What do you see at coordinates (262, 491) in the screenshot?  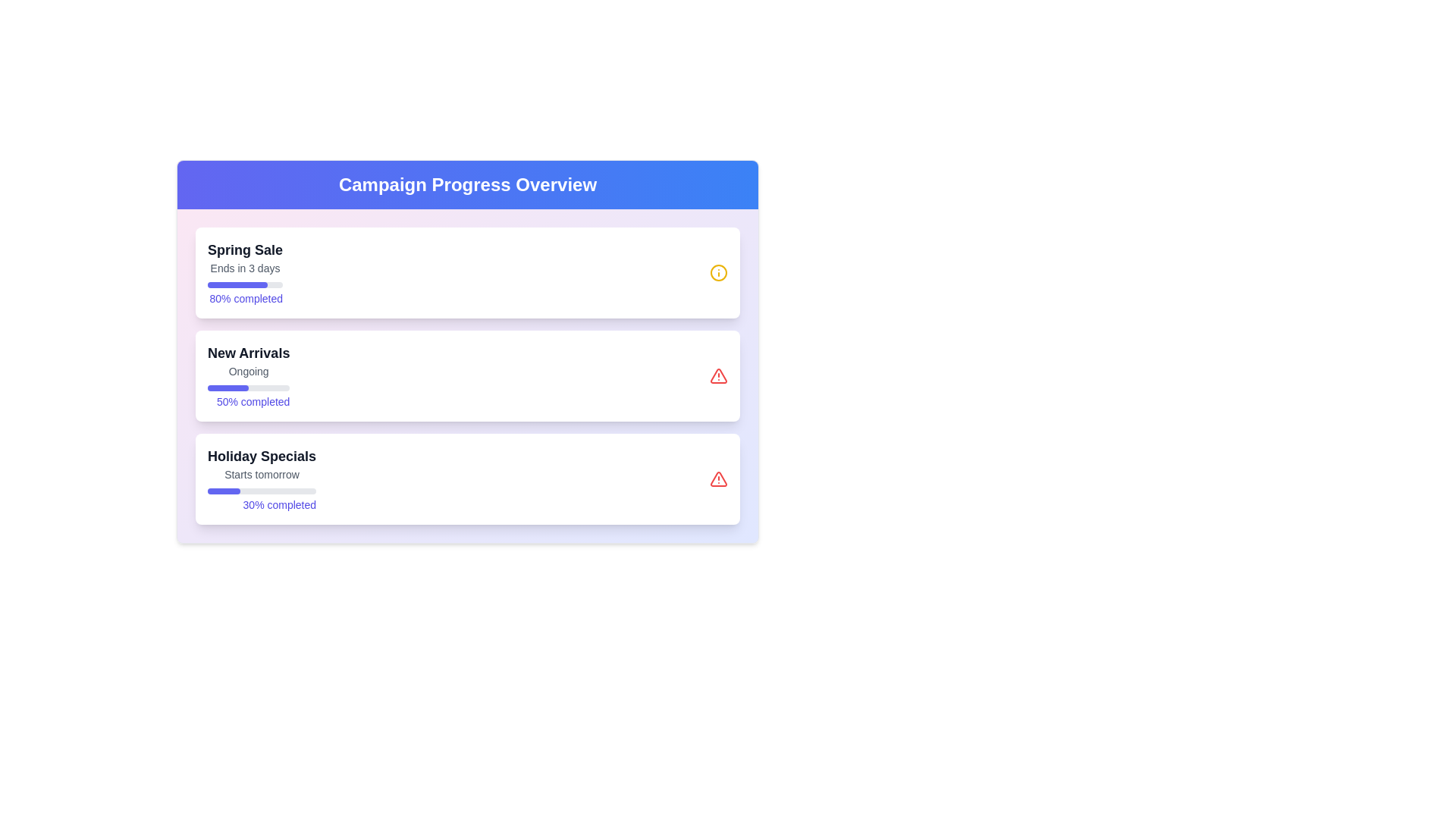 I see `the progress bar indicating 30% completion located under the text 'Starts tomorrow' and above '30% completed' in the 'Holiday Specials' section` at bounding box center [262, 491].